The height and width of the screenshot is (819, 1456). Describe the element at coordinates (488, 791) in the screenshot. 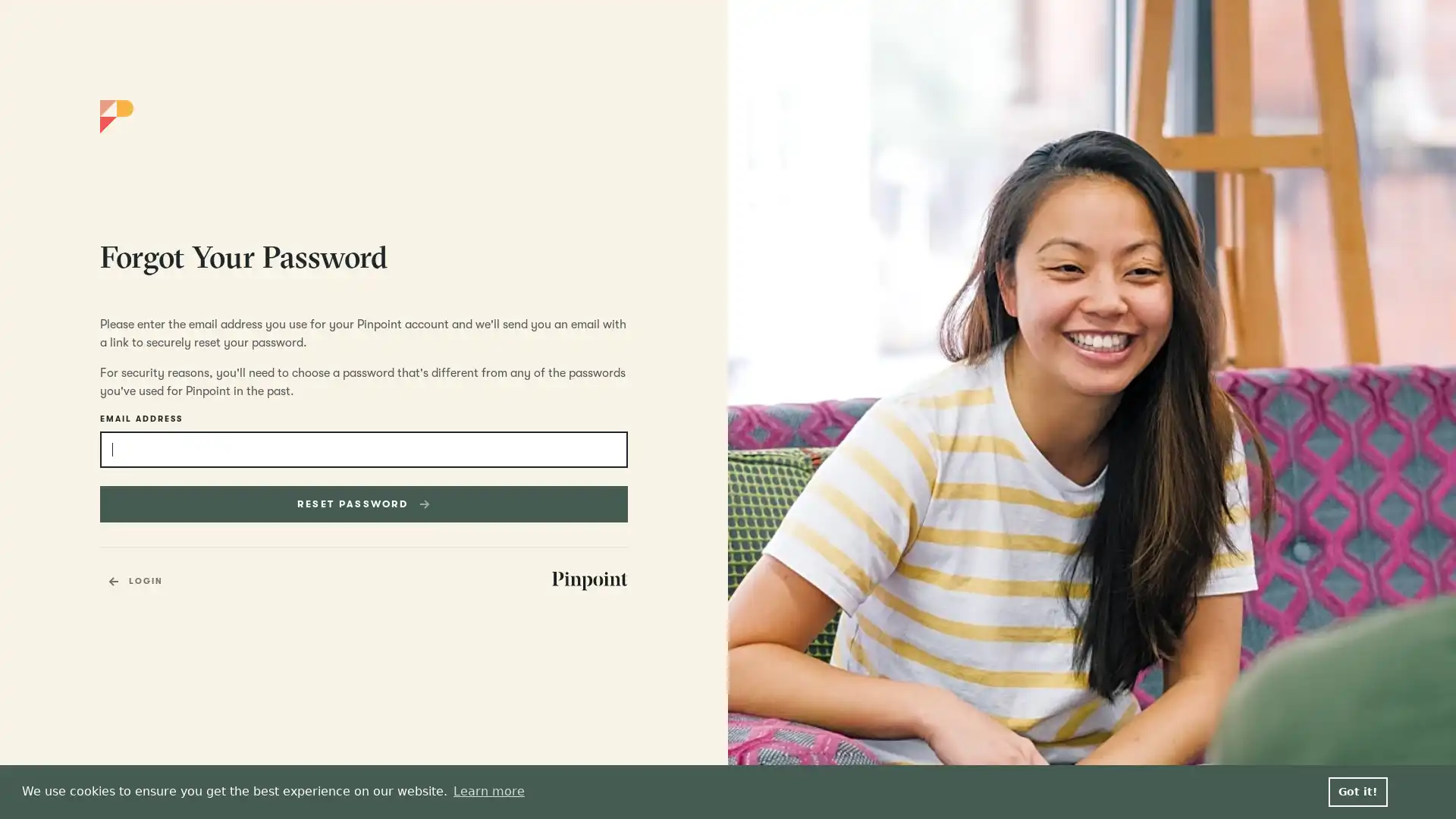

I see `learn more about cookies` at that location.